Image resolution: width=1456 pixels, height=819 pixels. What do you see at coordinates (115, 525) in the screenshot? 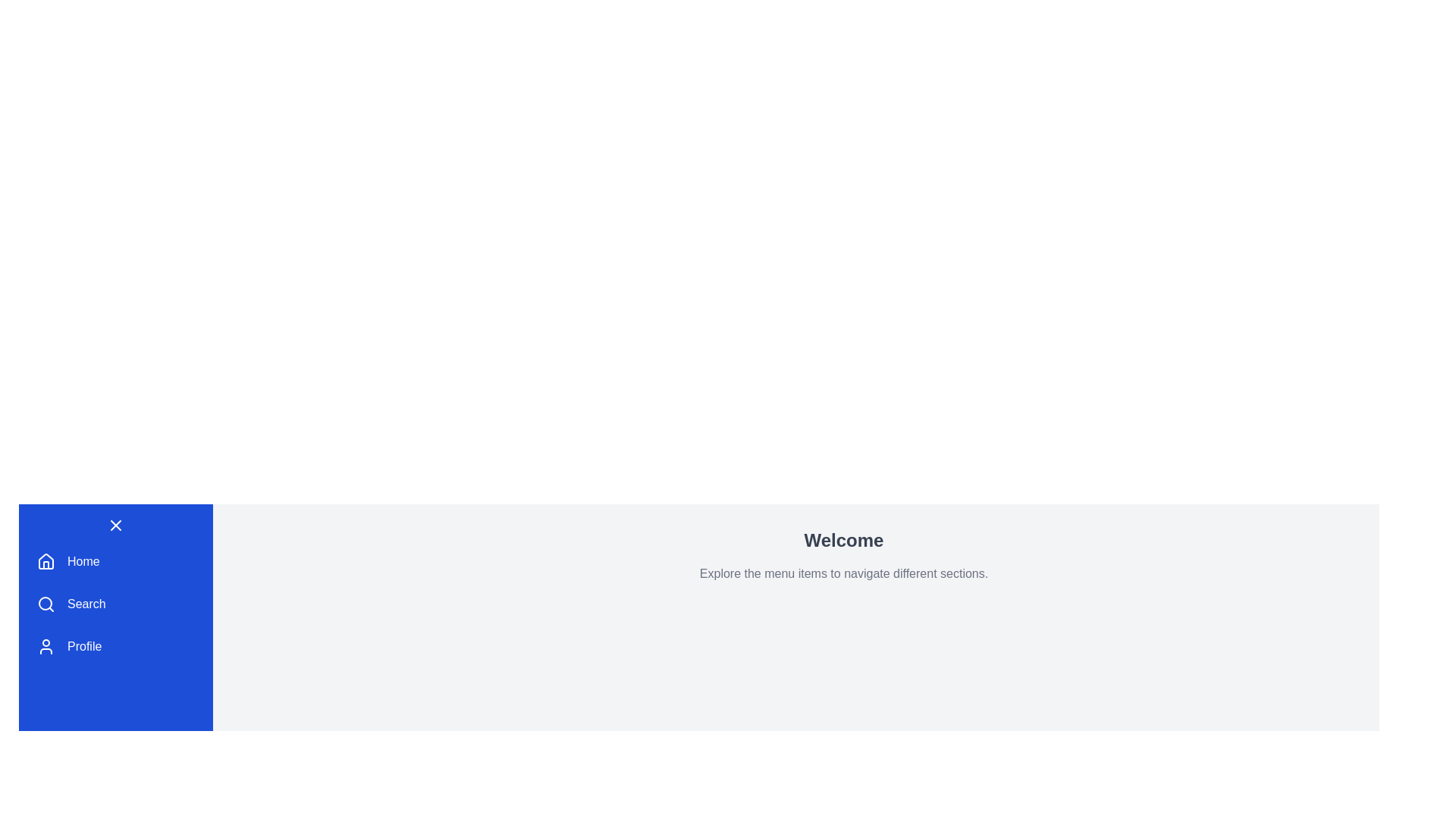
I see `toggle button to toggle the menu visibility` at bounding box center [115, 525].